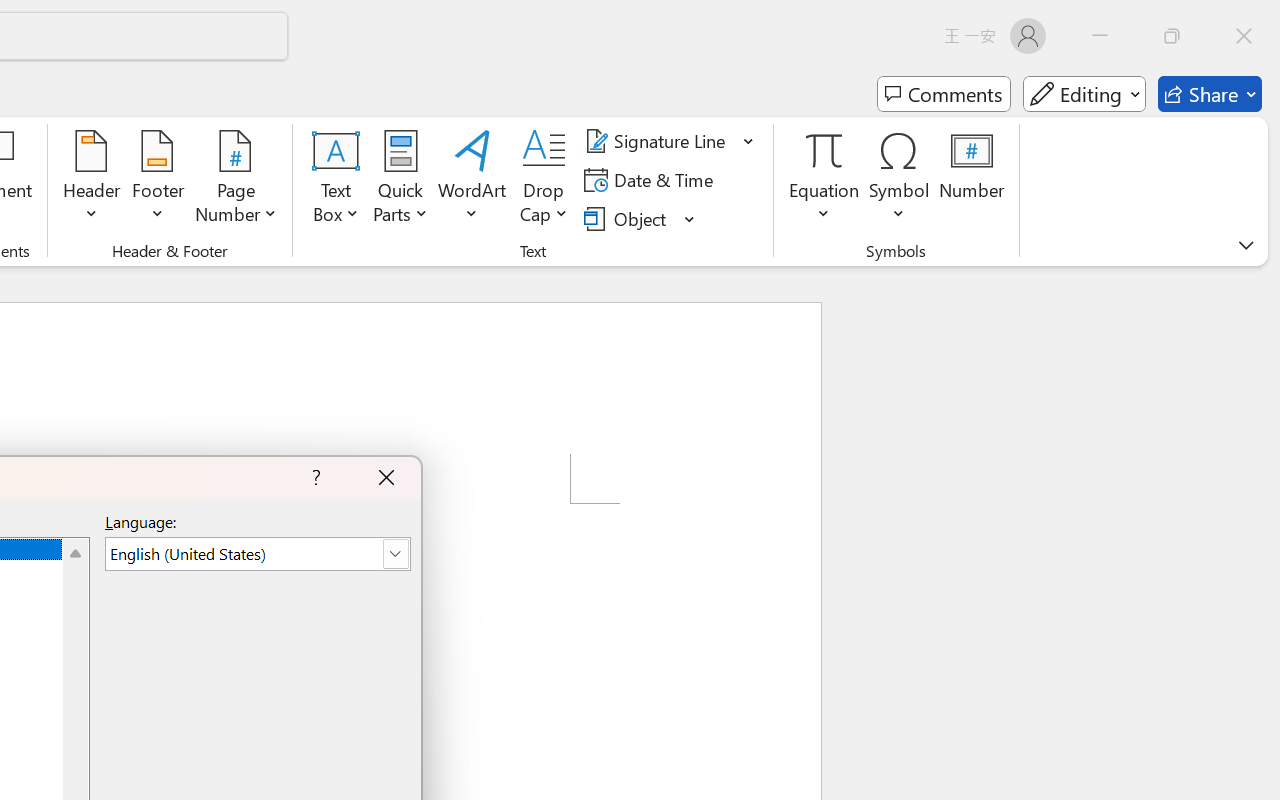  What do you see at coordinates (1172, 35) in the screenshot?
I see `'Restore Down'` at bounding box center [1172, 35].